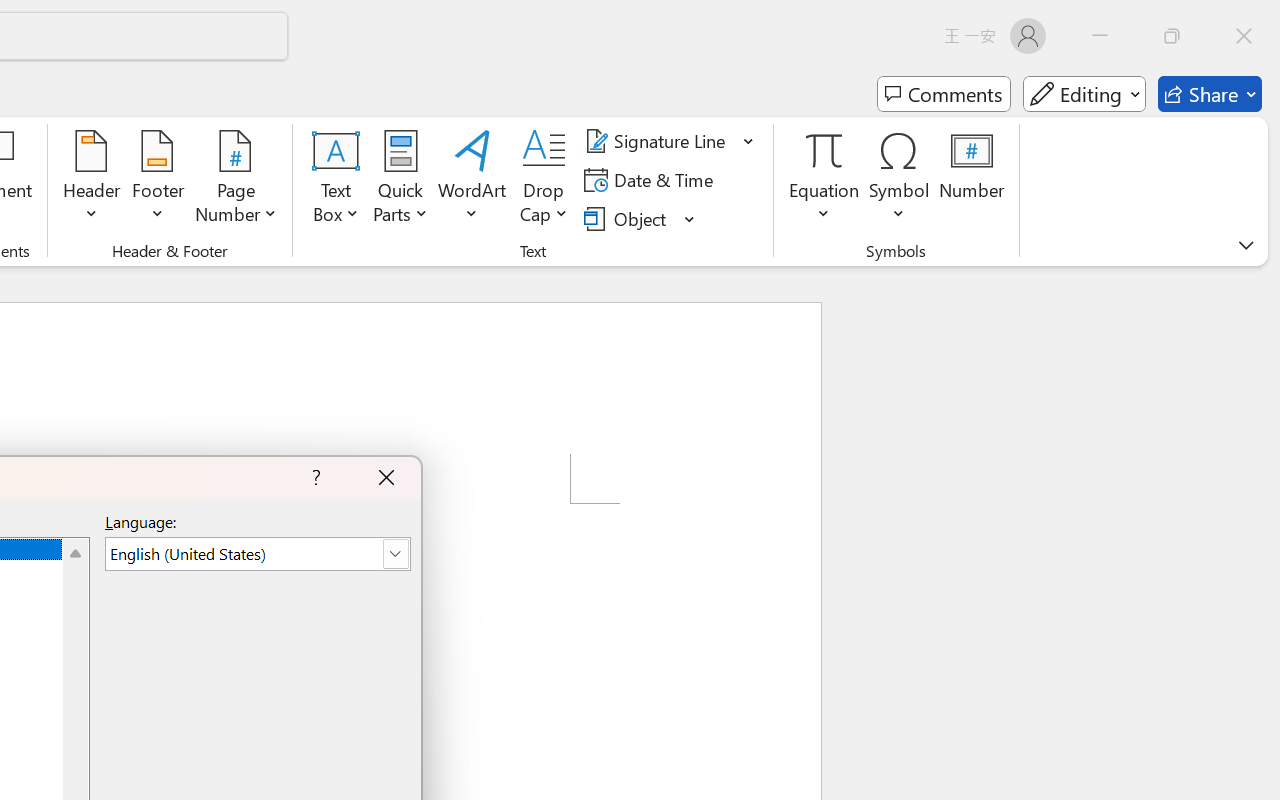  What do you see at coordinates (1172, 35) in the screenshot?
I see `'Restore Down'` at bounding box center [1172, 35].